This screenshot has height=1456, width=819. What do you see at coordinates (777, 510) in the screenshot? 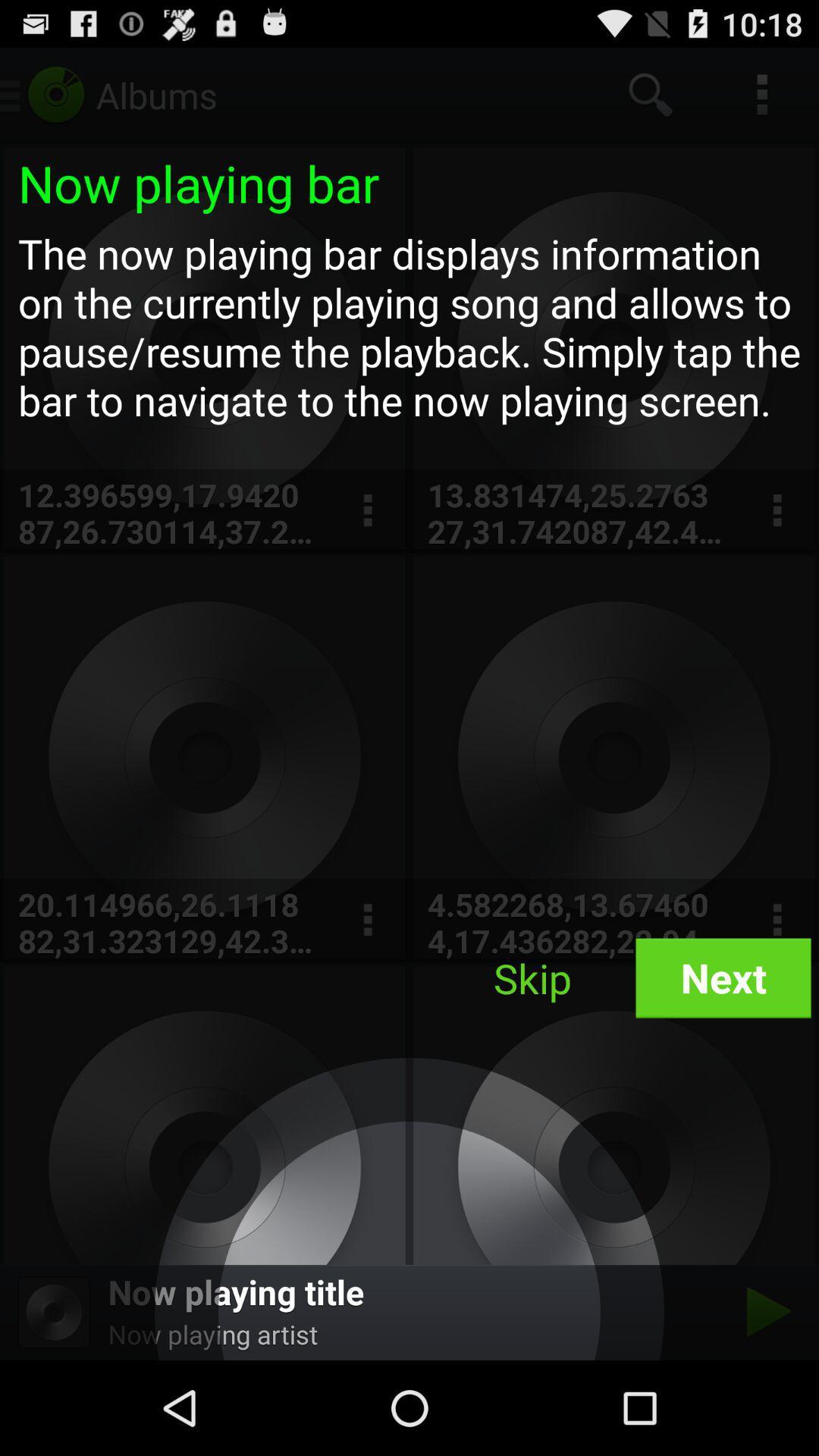
I see `manu button` at bounding box center [777, 510].